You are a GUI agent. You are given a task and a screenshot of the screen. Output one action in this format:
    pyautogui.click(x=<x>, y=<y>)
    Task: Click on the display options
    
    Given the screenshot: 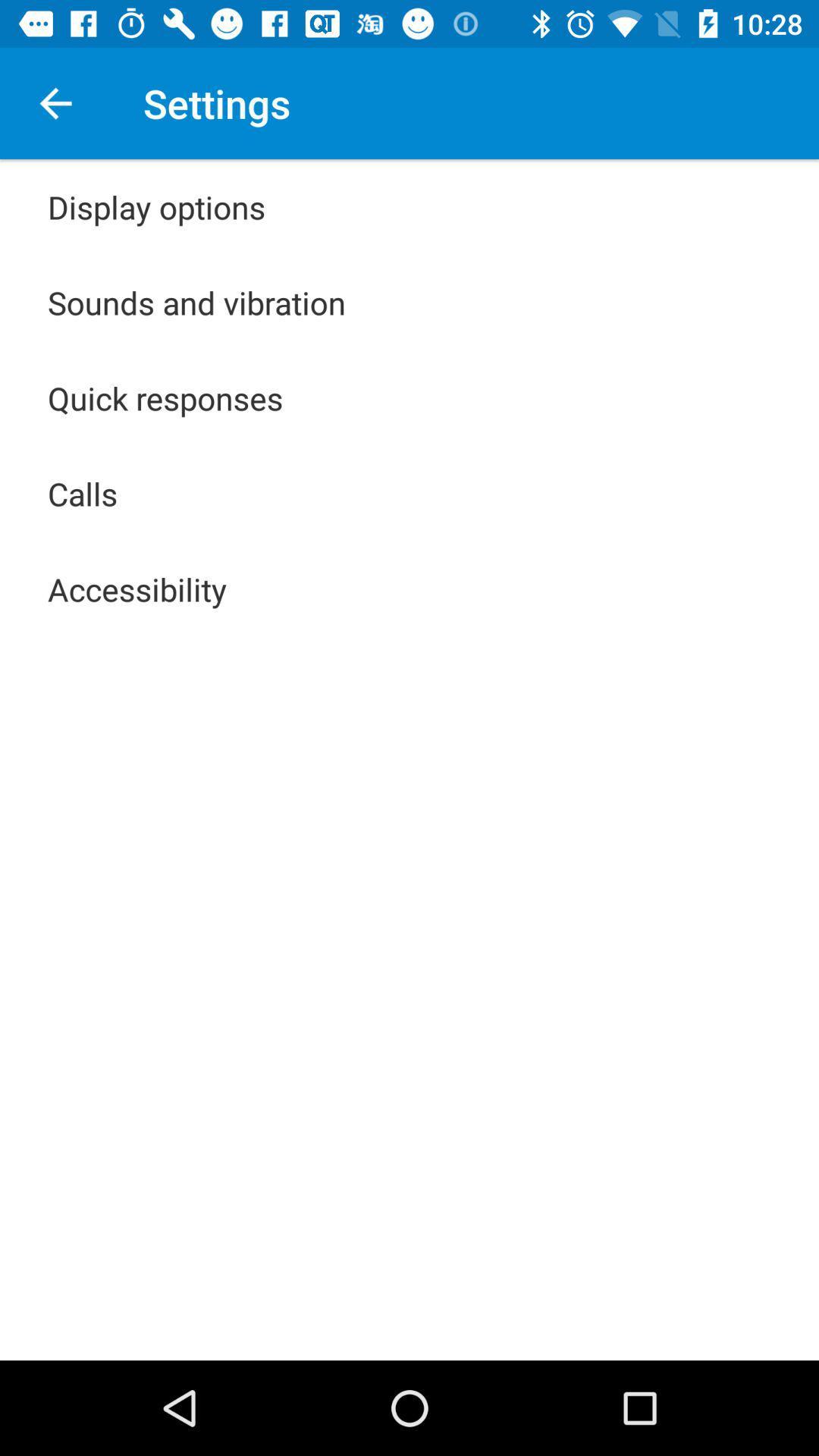 What is the action you would take?
    pyautogui.click(x=156, y=206)
    